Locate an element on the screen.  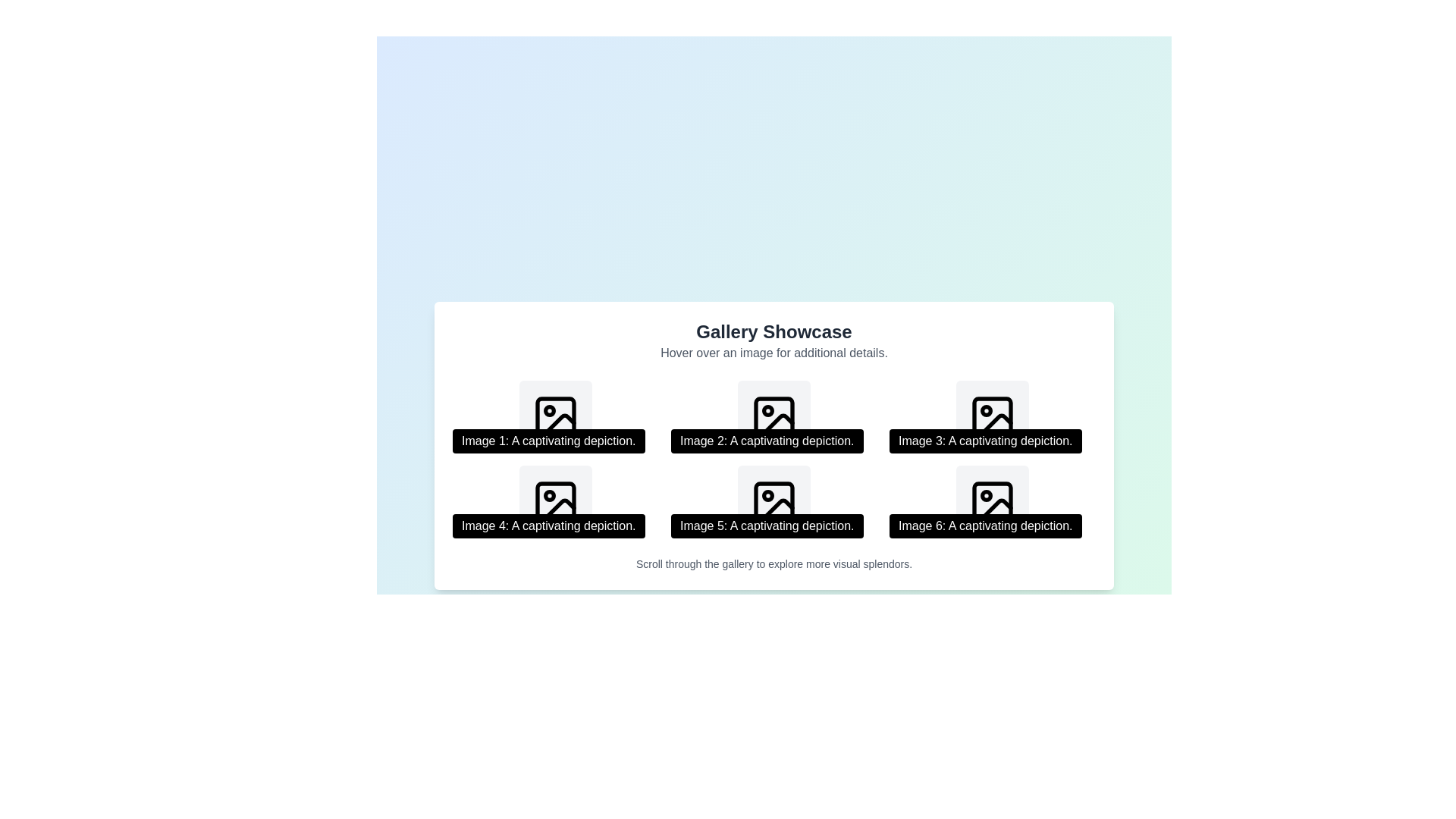
the small circular shape with a black outline located near the upper-left corner of the sixth image icon in the gallery layout is located at coordinates (986, 496).